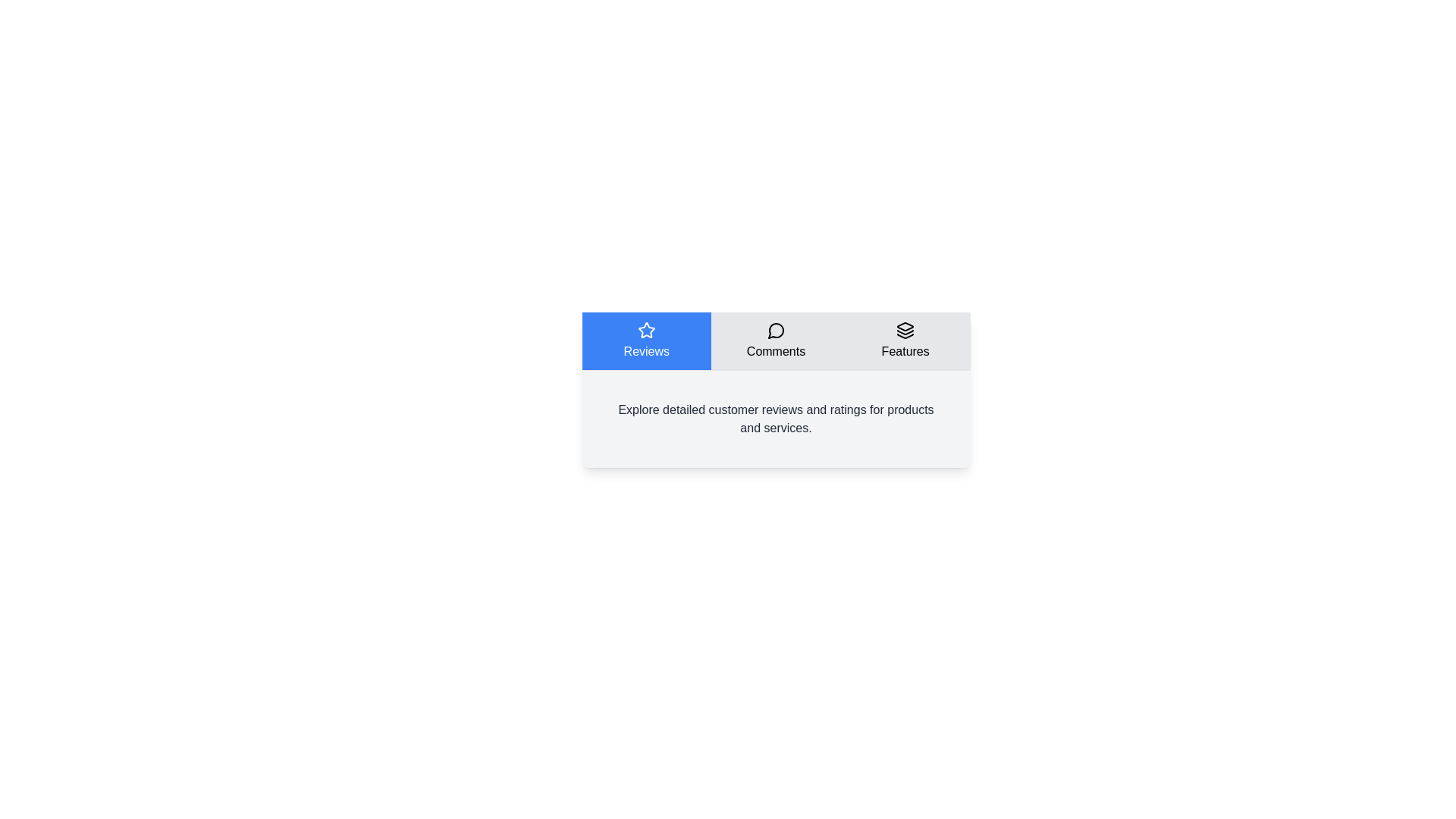  Describe the element at coordinates (645, 341) in the screenshot. I see `the Reviews tab to read its content` at that location.